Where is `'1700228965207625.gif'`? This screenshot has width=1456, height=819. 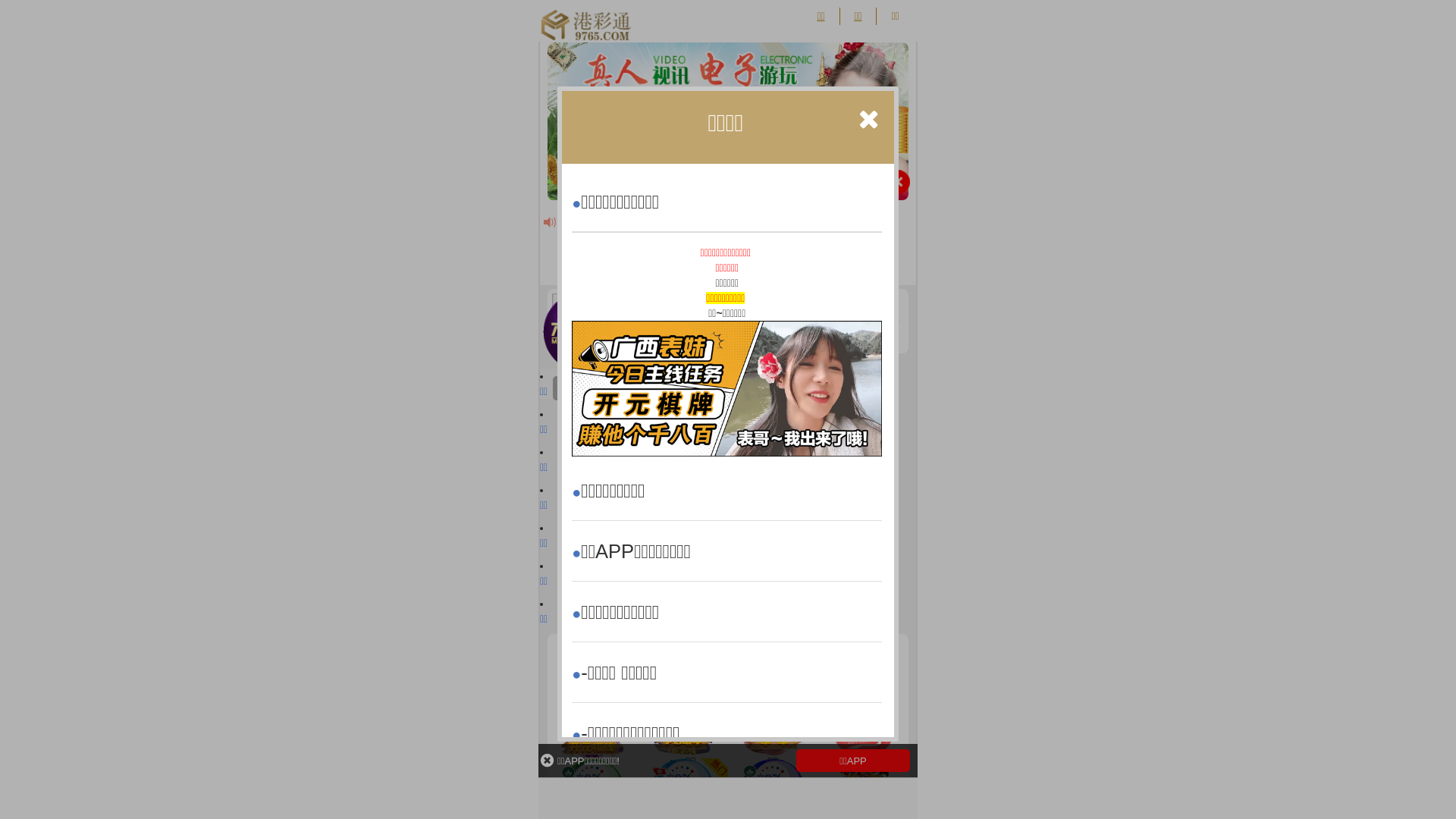 '1700228965207625.gif' is located at coordinates (726, 388).